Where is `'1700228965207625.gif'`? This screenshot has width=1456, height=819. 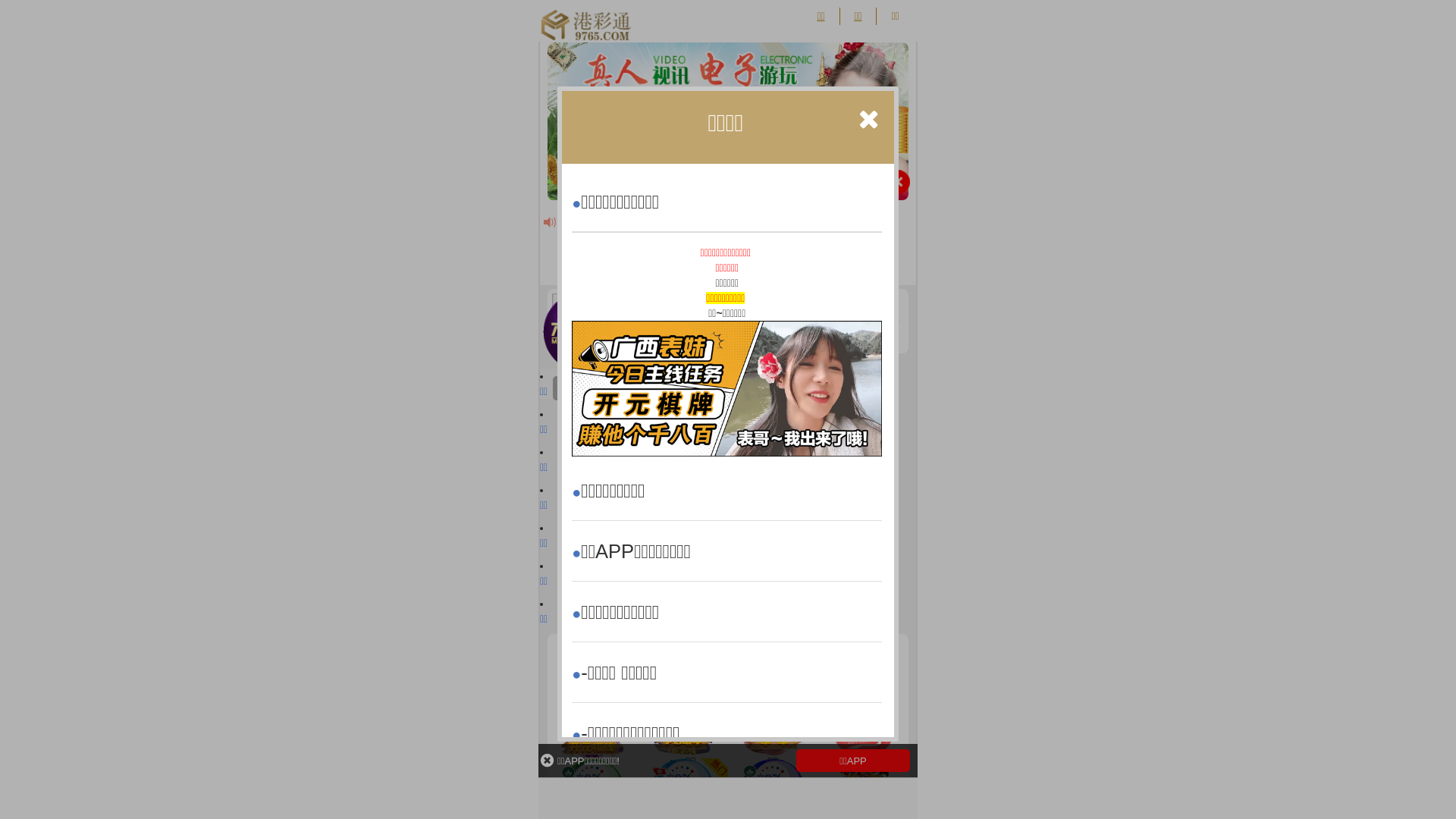 '1700228965207625.gif' is located at coordinates (726, 388).